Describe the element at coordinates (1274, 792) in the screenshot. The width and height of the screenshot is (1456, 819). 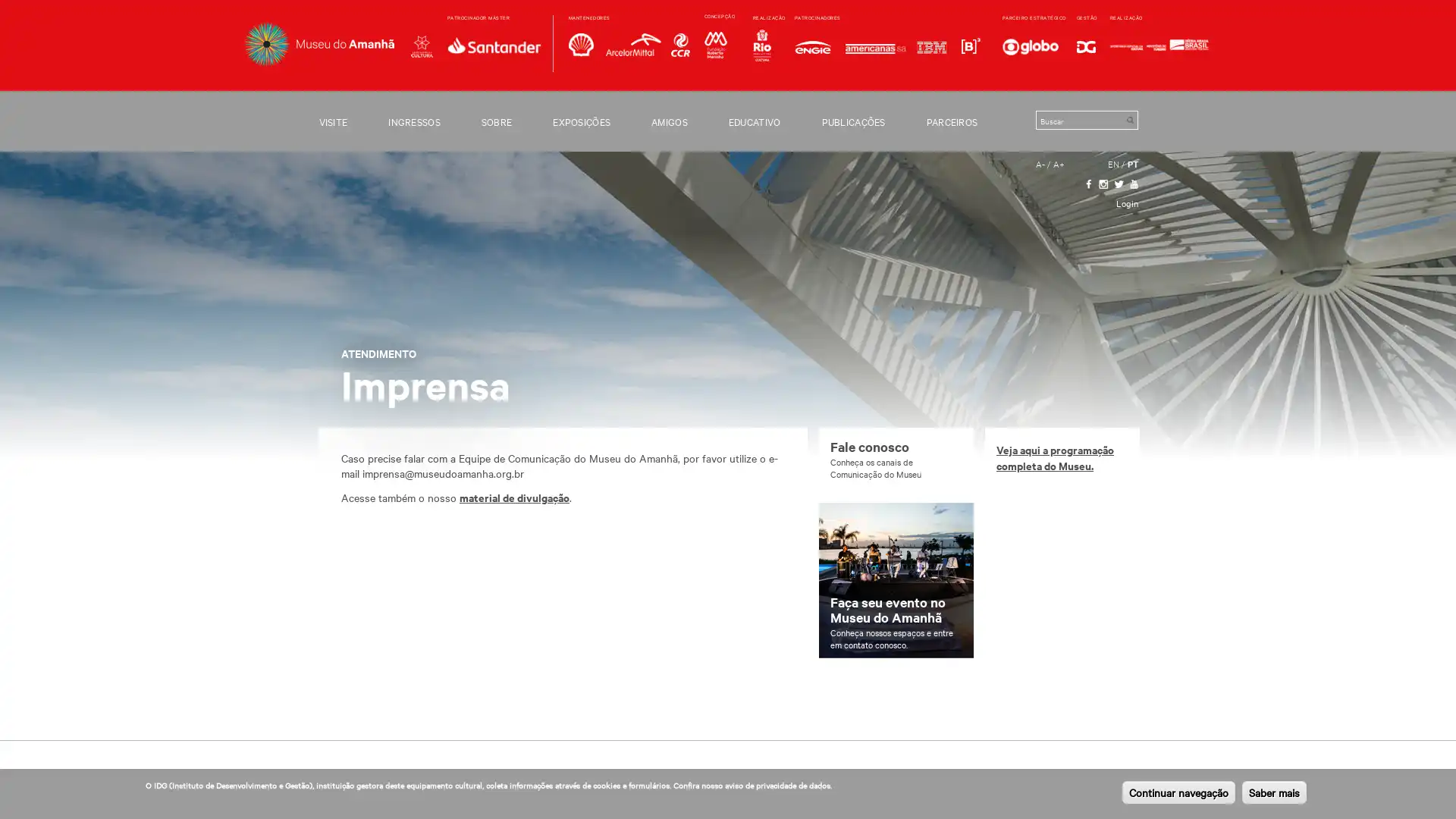
I see `Saber mais` at that location.